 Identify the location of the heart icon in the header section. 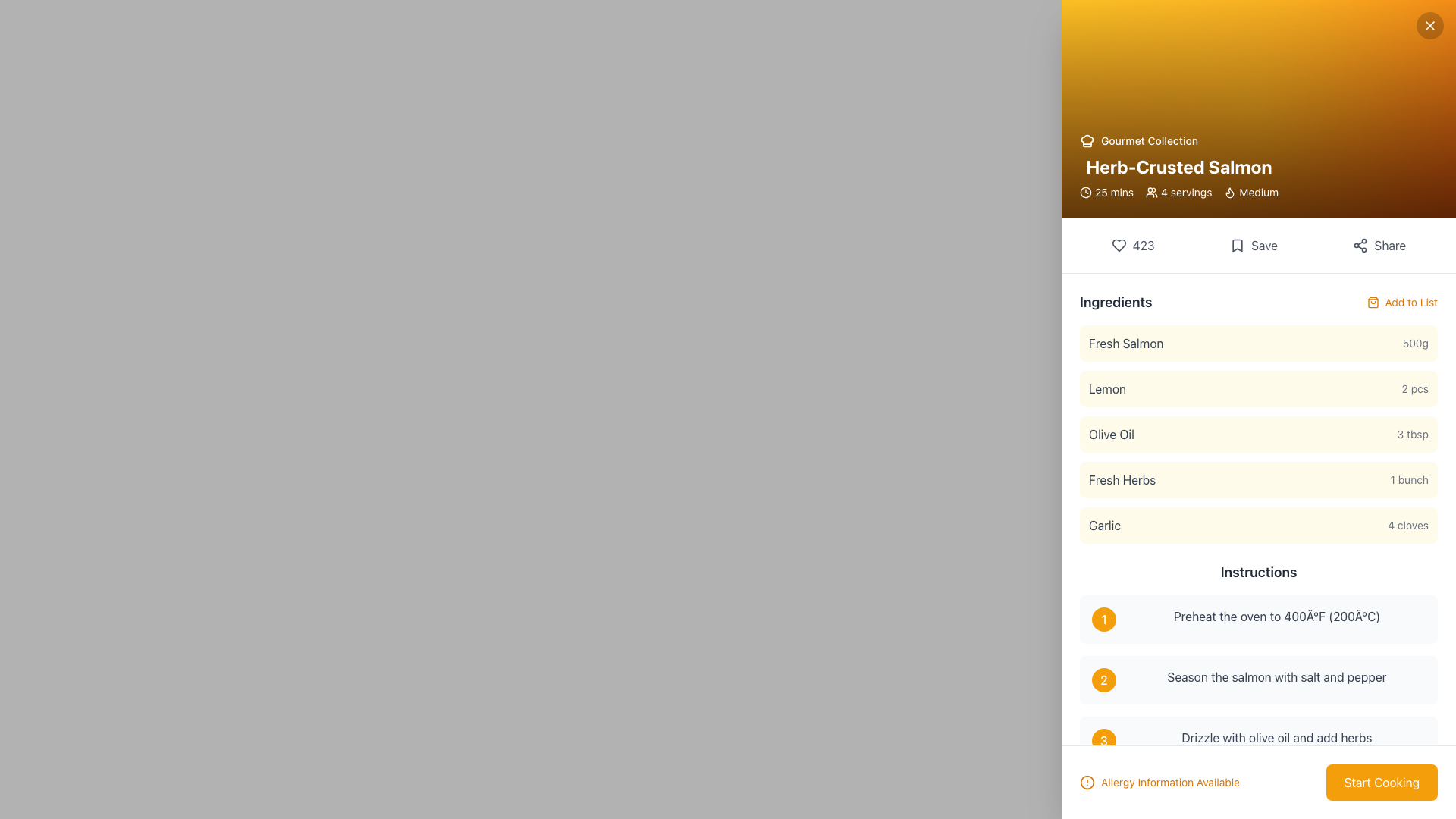
(1119, 245).